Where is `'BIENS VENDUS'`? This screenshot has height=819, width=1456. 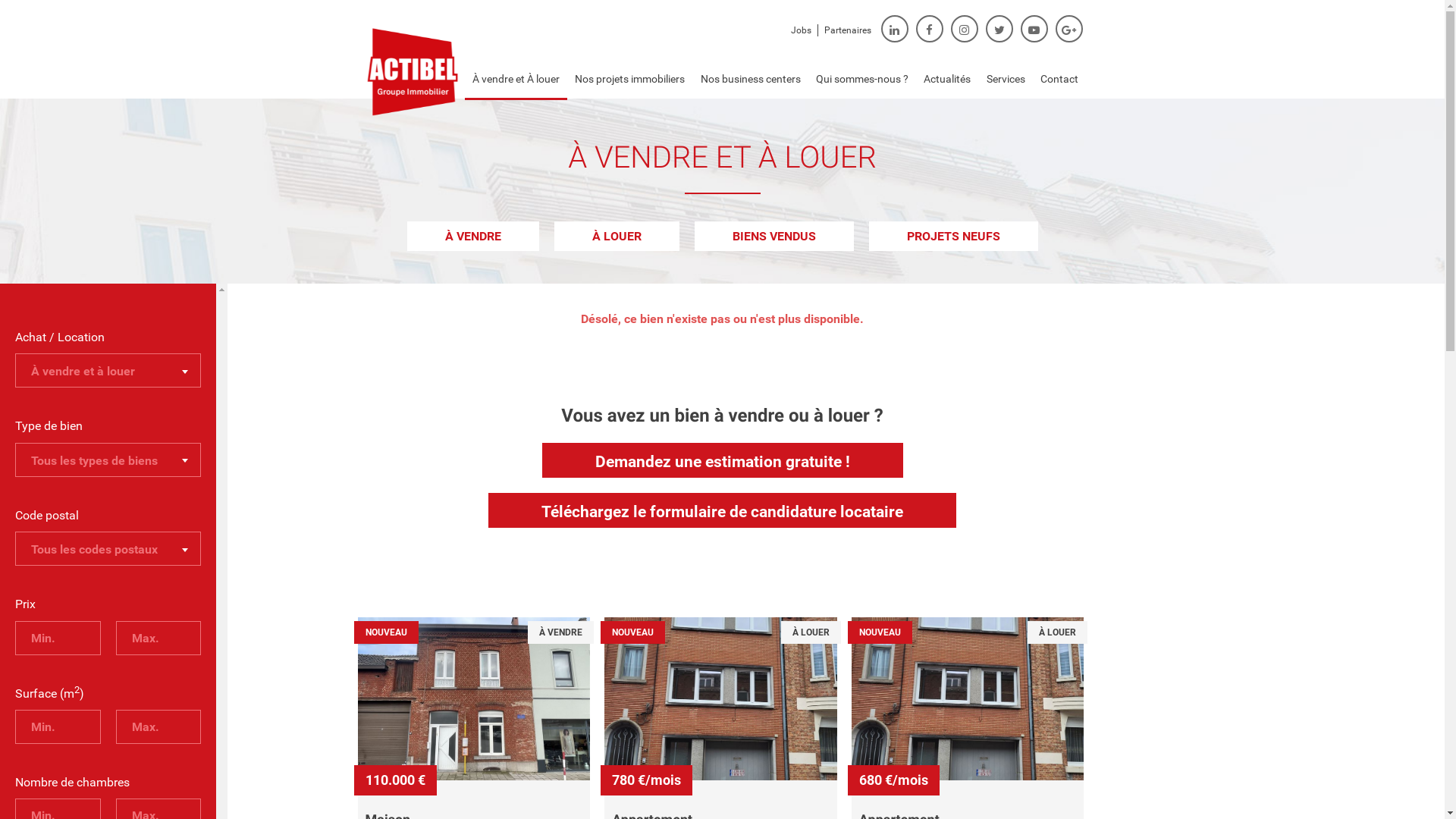 'BIENS VENDUS' is located at coordinates (694, 236).